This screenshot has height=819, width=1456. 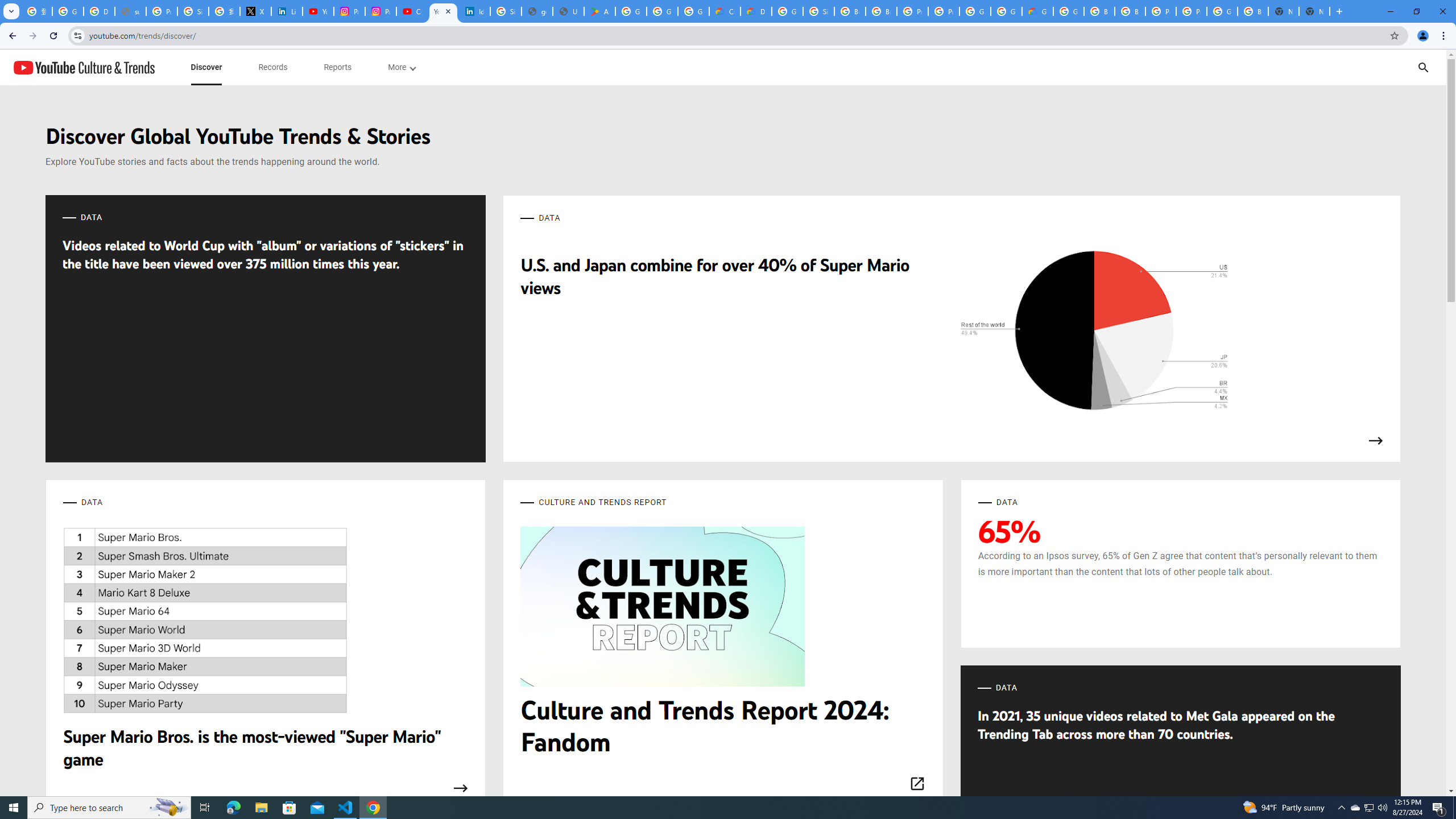 I want to click on 'subnav-Reports menupopup', so click(x=337, y=67).